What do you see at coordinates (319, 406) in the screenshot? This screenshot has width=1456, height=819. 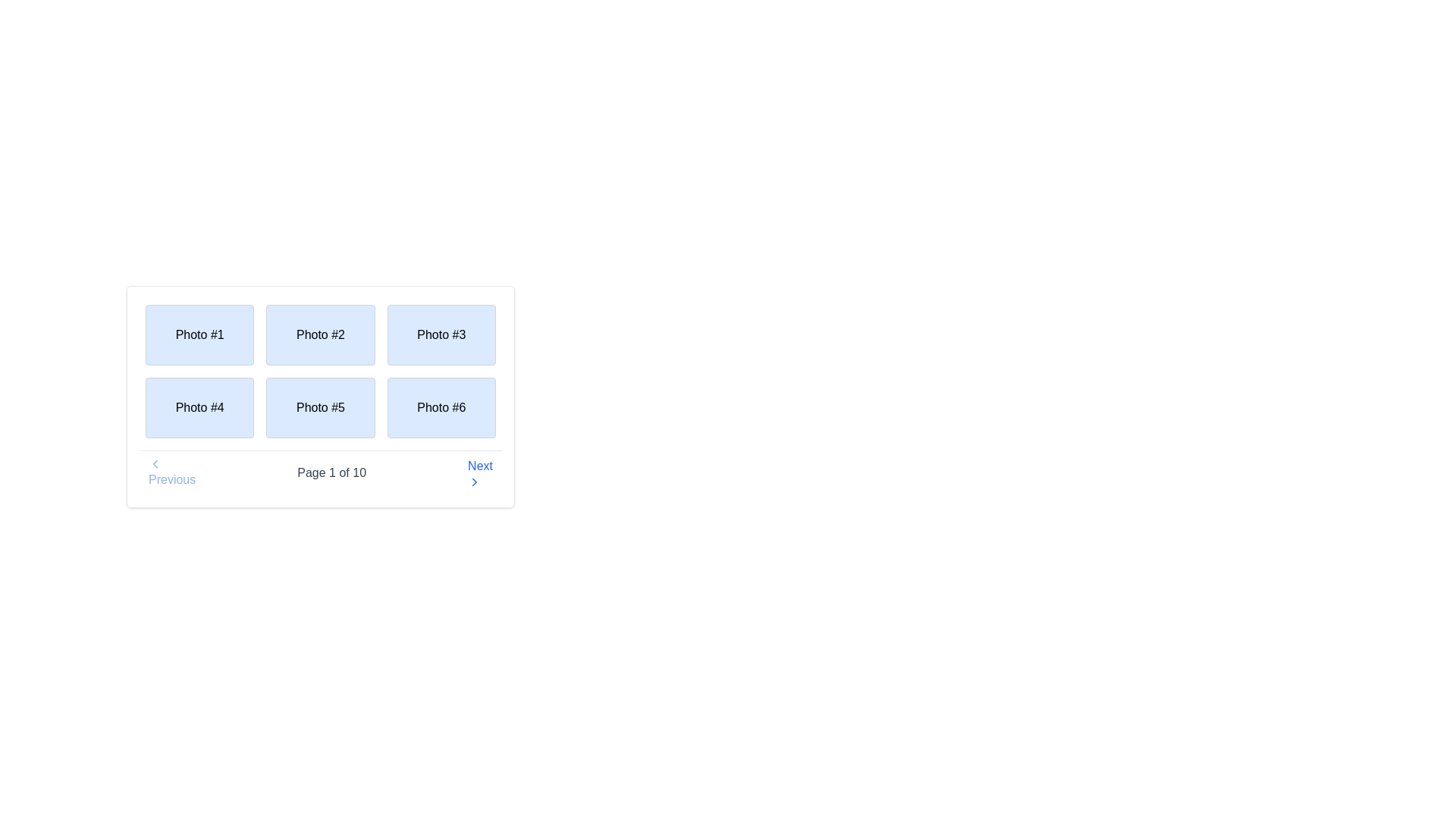 I see `the button labeled 'Photo #5' which has a light blue background and is located in the second row, second column of the grid` at bounding box center [319, 406].